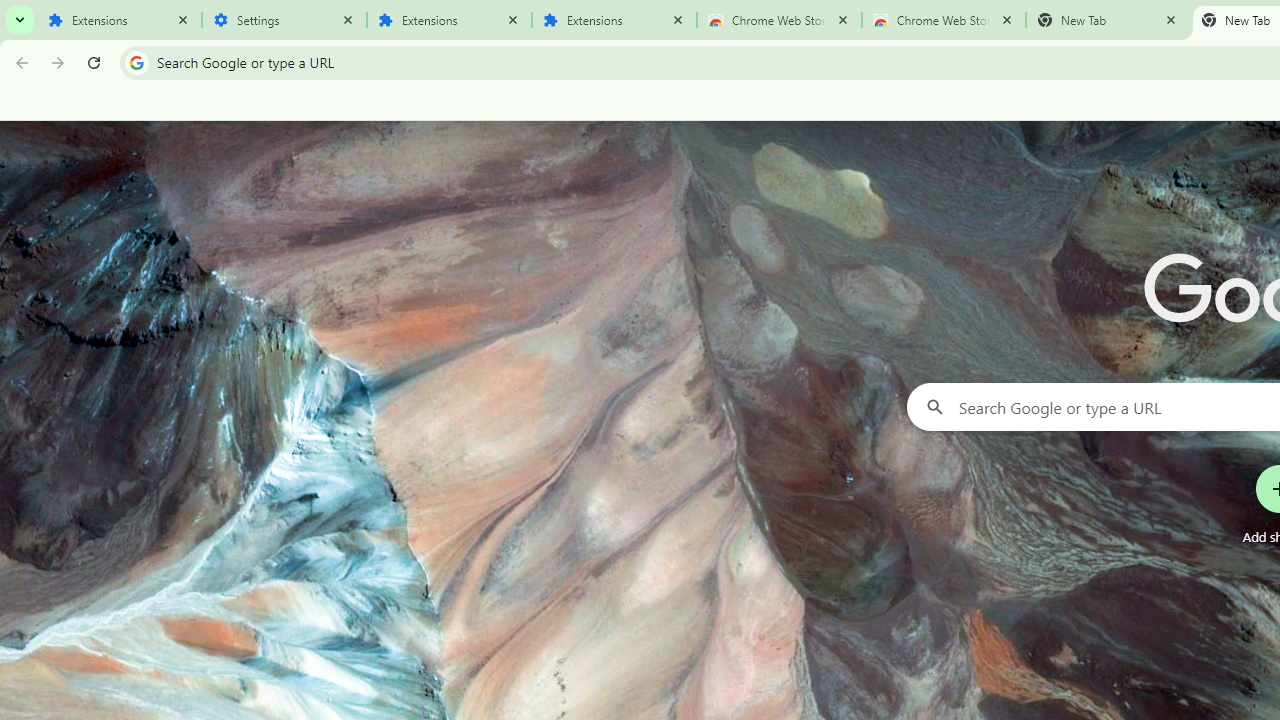  I want to click on 'Settings', so click(283, 20).